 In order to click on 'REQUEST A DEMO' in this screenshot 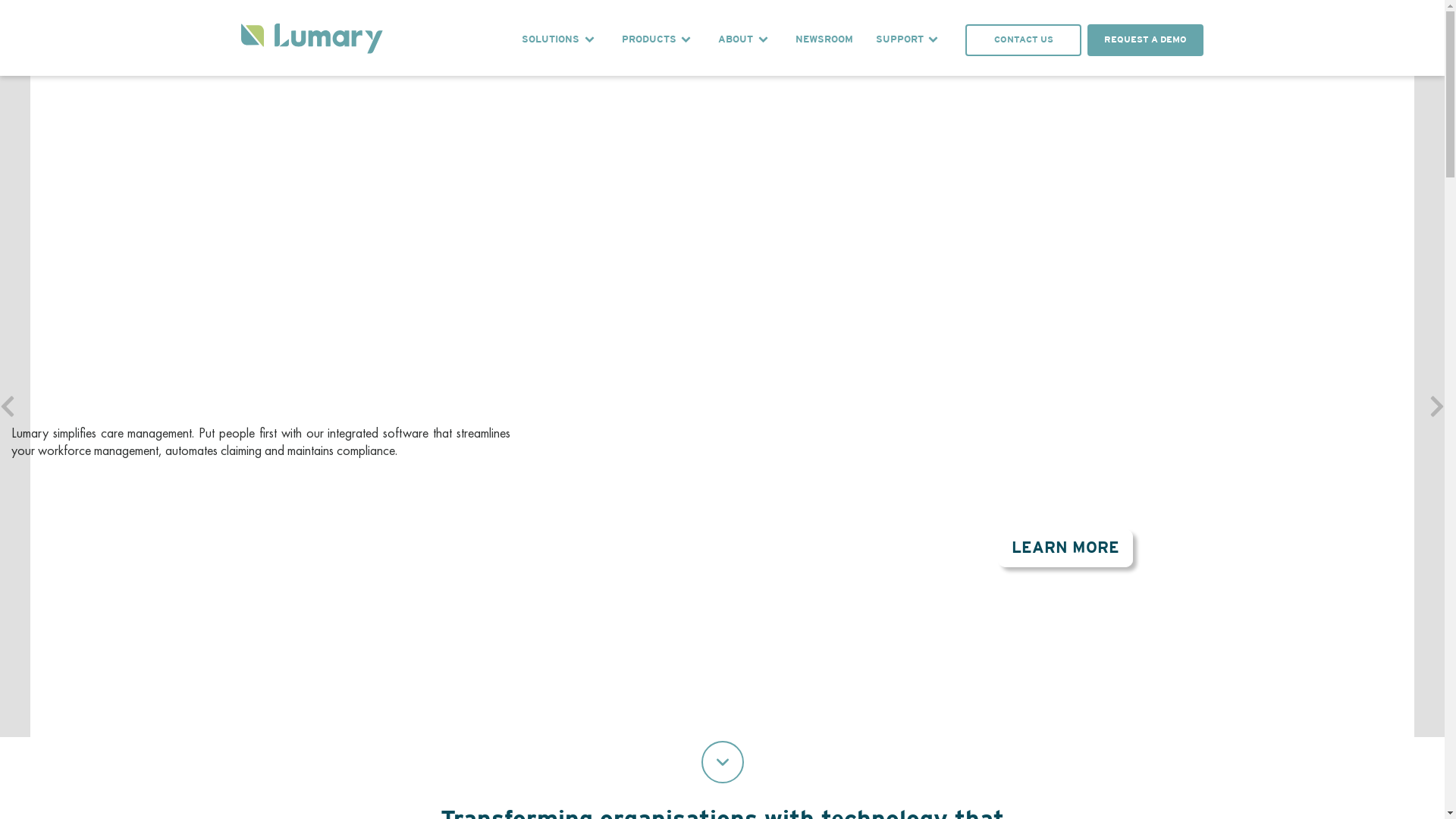, I will do `click(1145, 39)`.